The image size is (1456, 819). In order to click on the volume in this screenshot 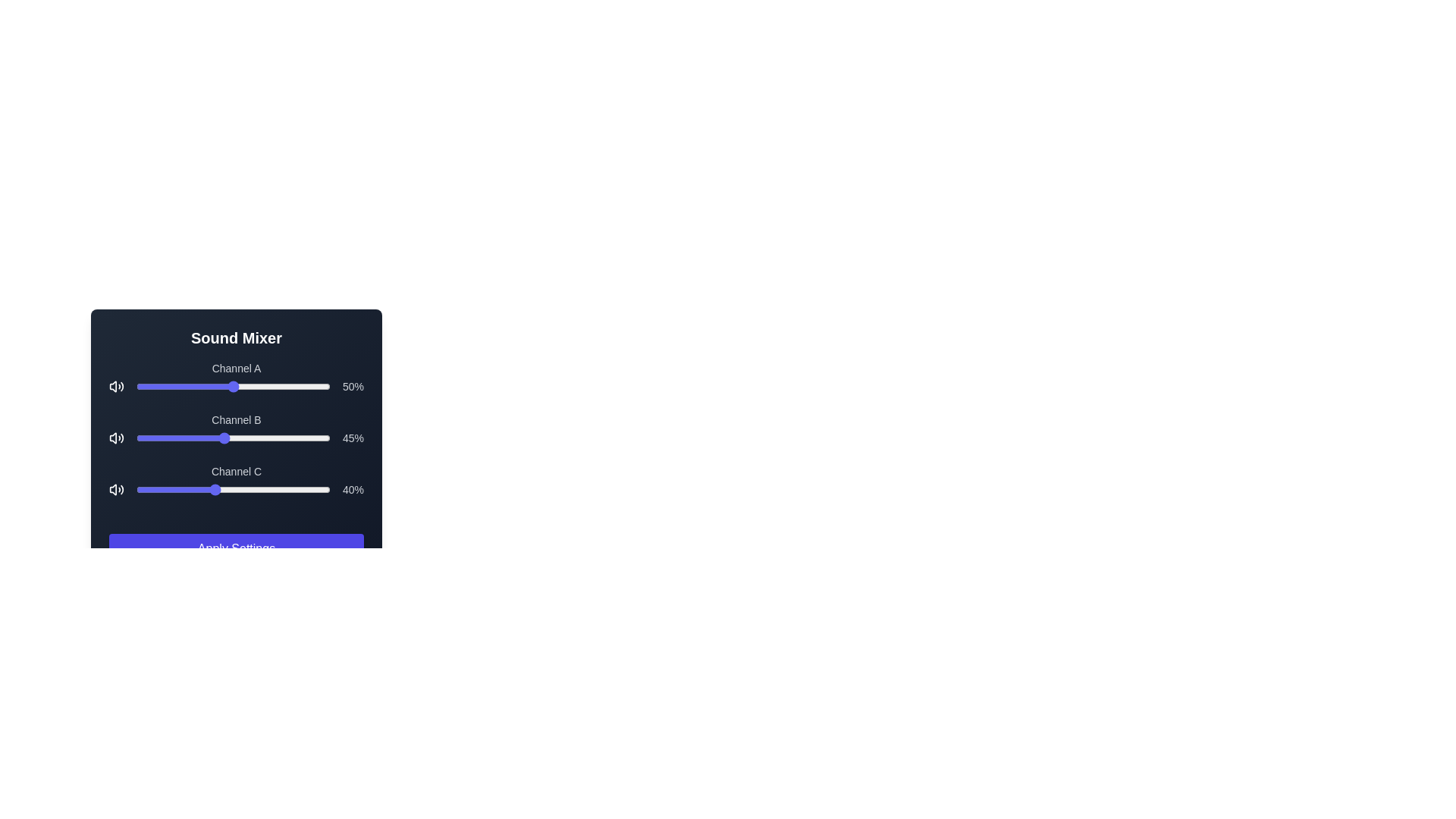, I will do `click(228, 385)`.